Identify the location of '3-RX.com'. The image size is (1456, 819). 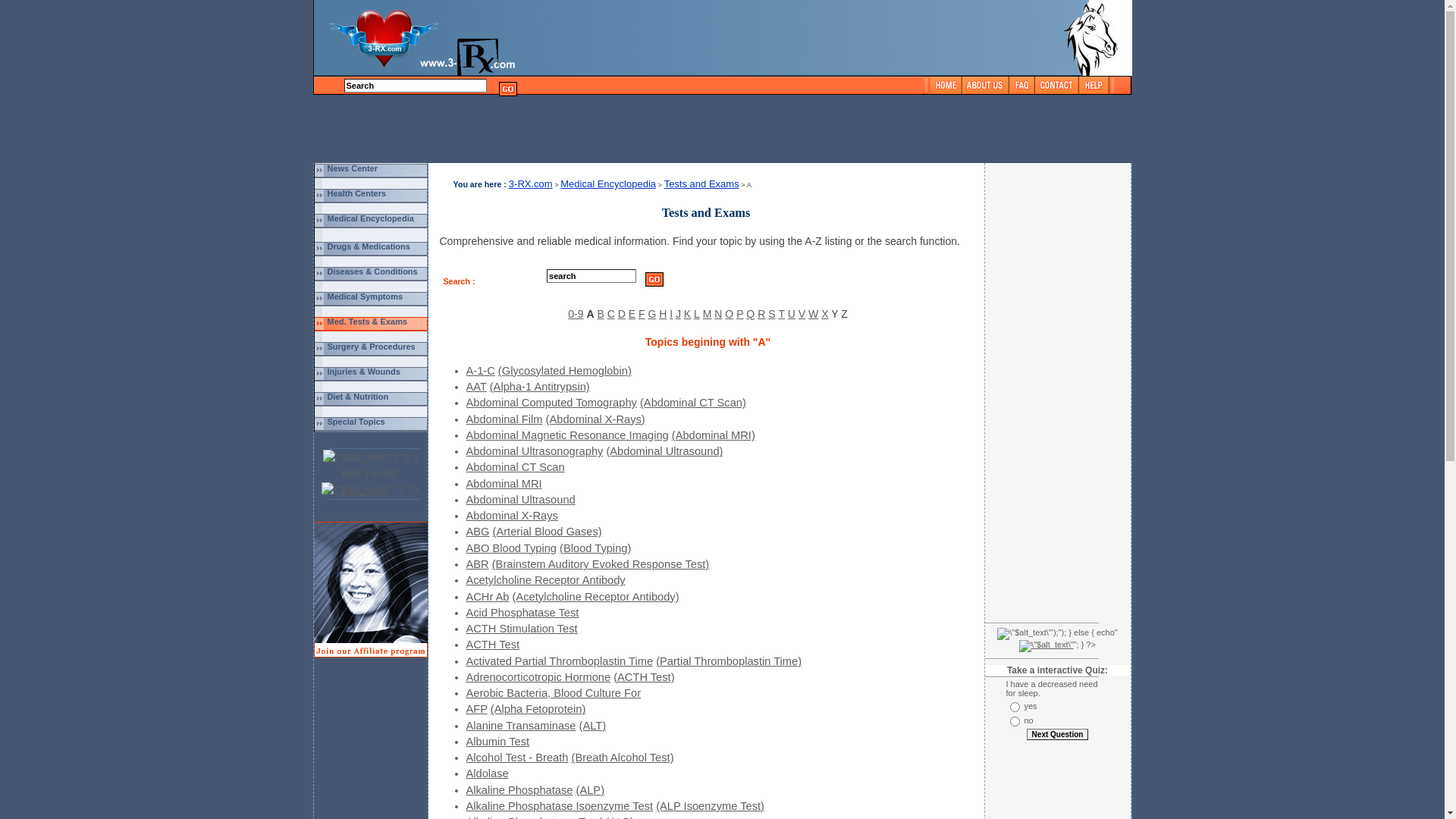
(531, 183).